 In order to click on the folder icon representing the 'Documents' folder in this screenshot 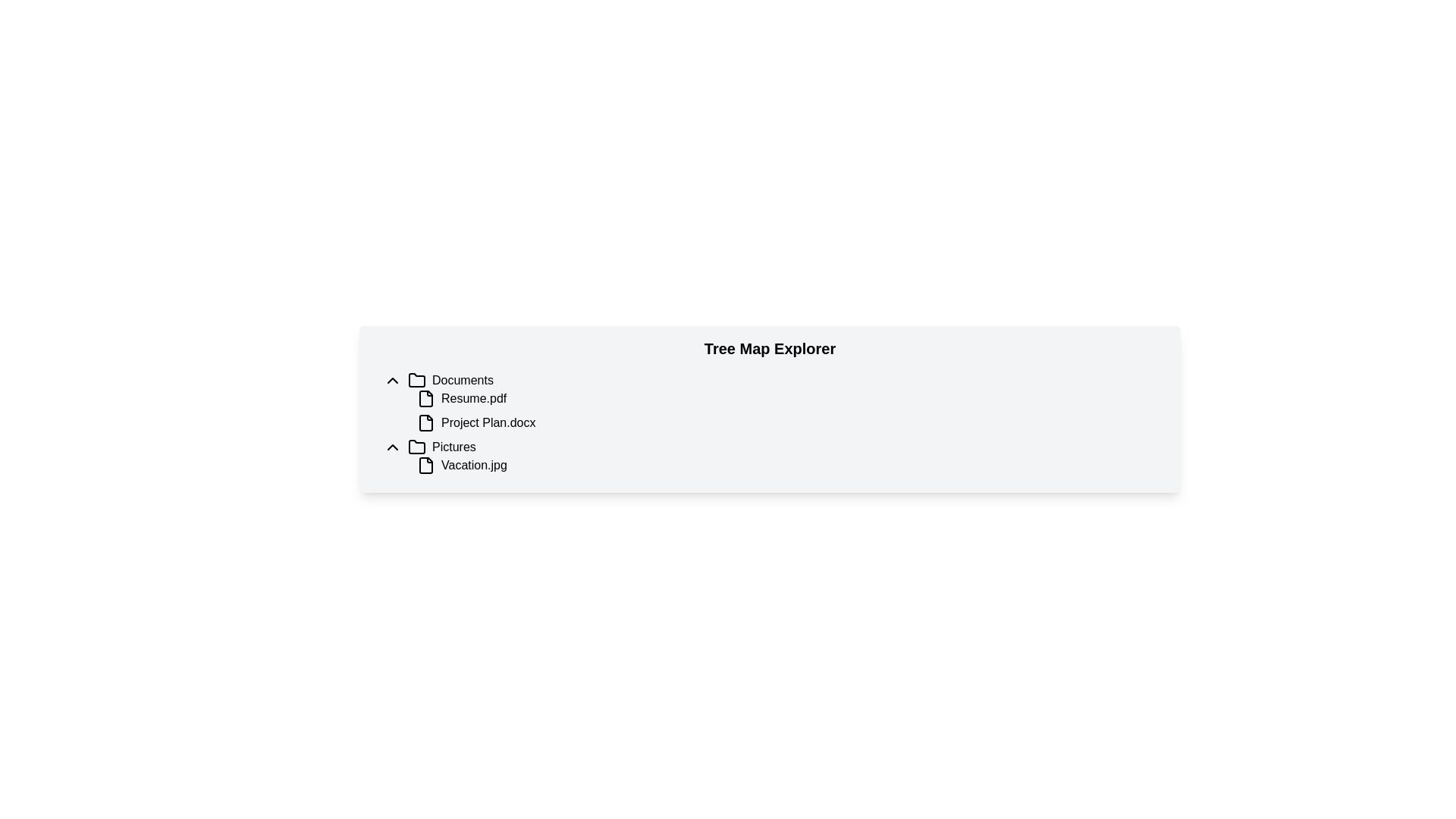, I will do `click(417, 379)`.